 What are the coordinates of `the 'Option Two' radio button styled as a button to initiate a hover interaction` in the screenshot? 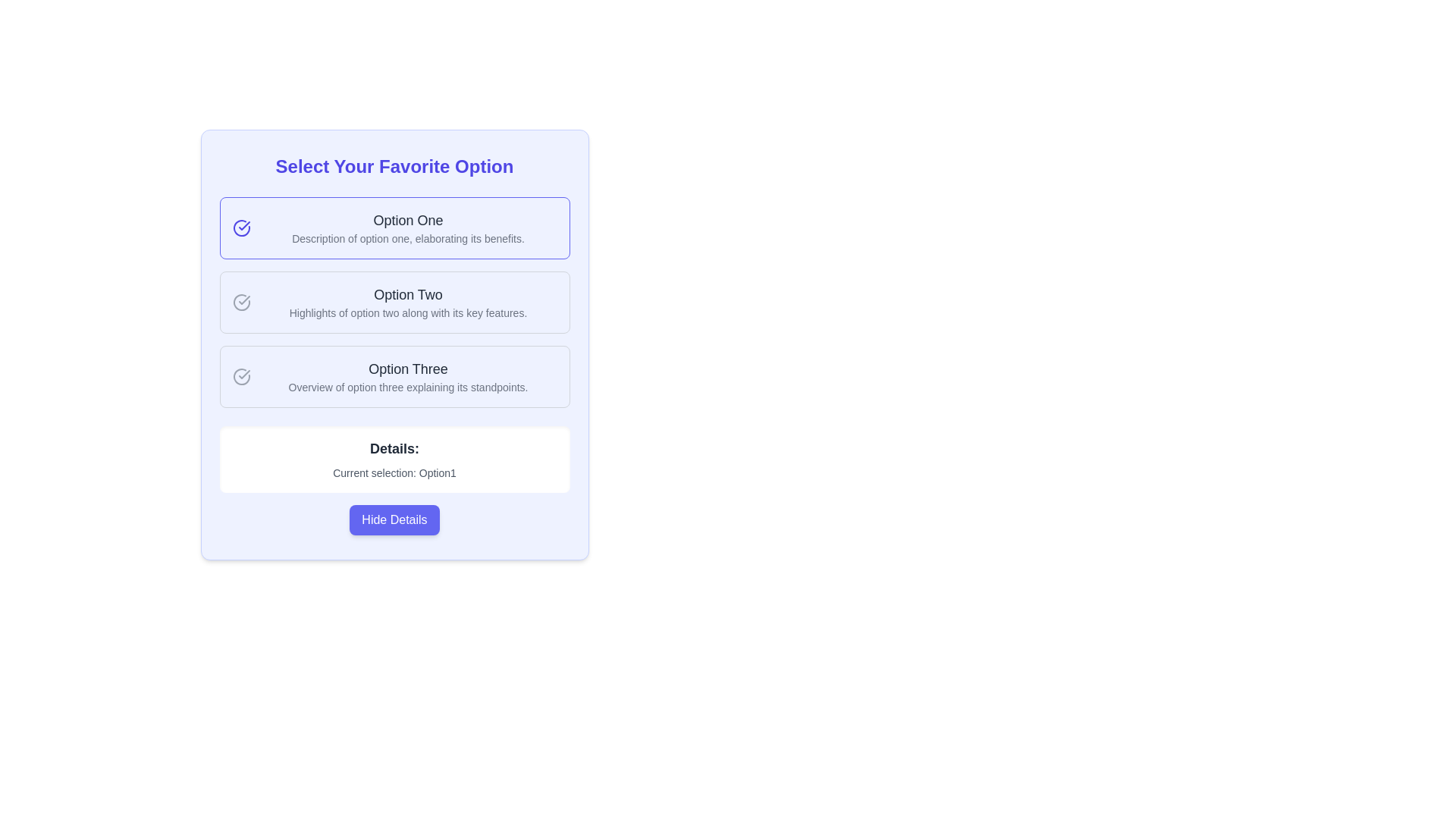 It's located at (394, 302).